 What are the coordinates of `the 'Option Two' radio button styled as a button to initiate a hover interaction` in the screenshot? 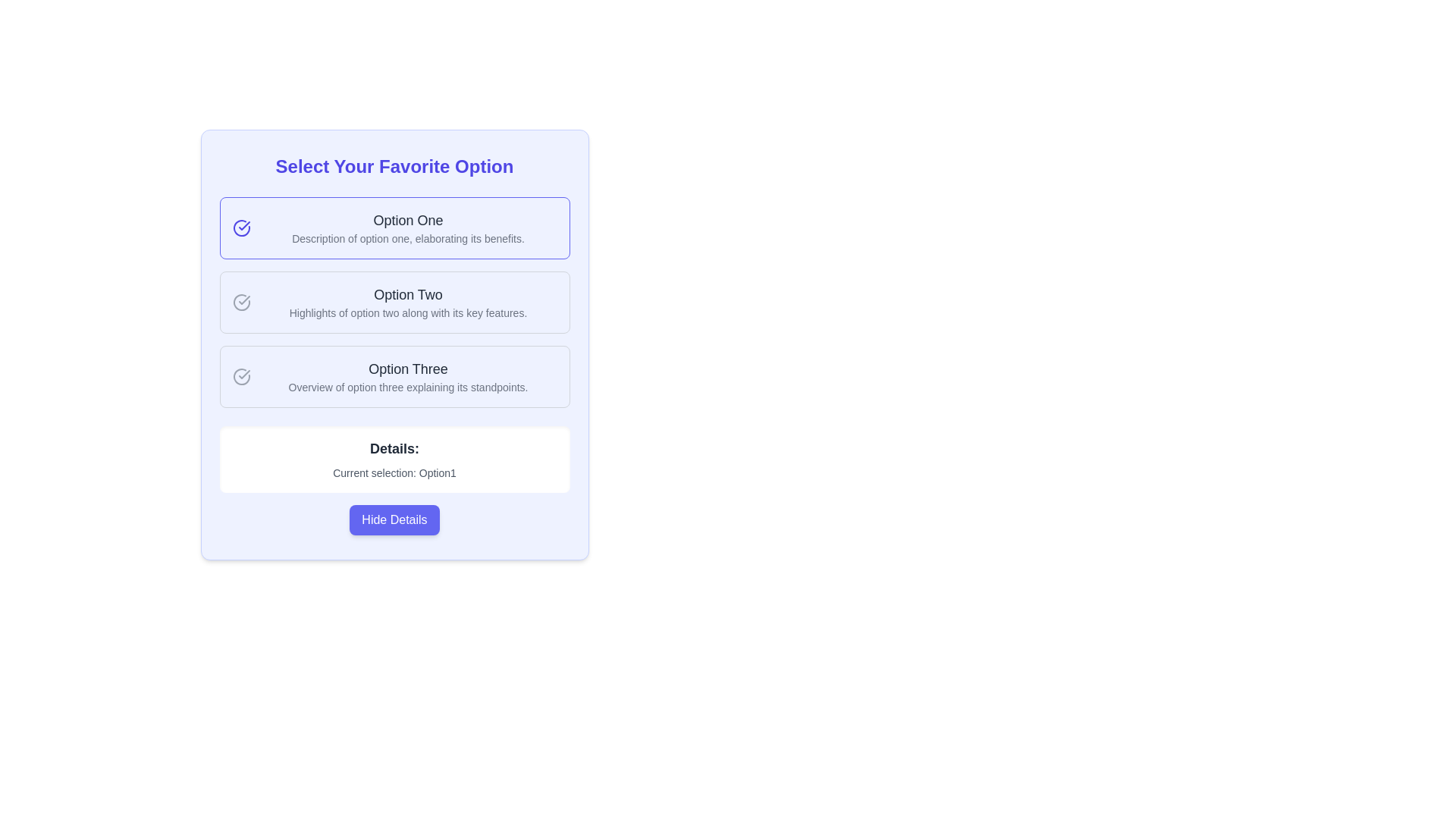 It's located at (394, 302).